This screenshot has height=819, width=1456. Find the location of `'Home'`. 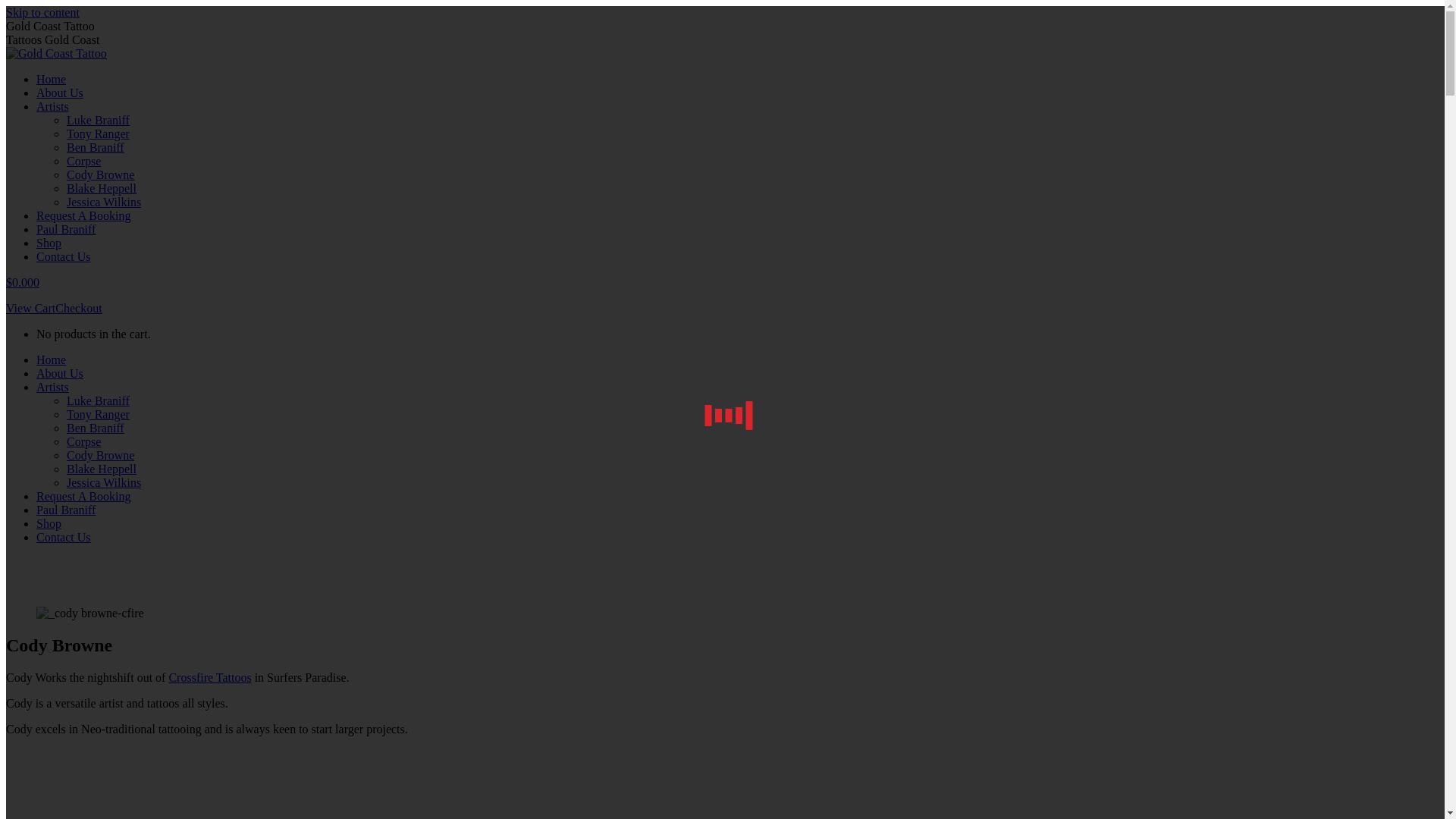

'Home' is located at coordinates (51, 79).